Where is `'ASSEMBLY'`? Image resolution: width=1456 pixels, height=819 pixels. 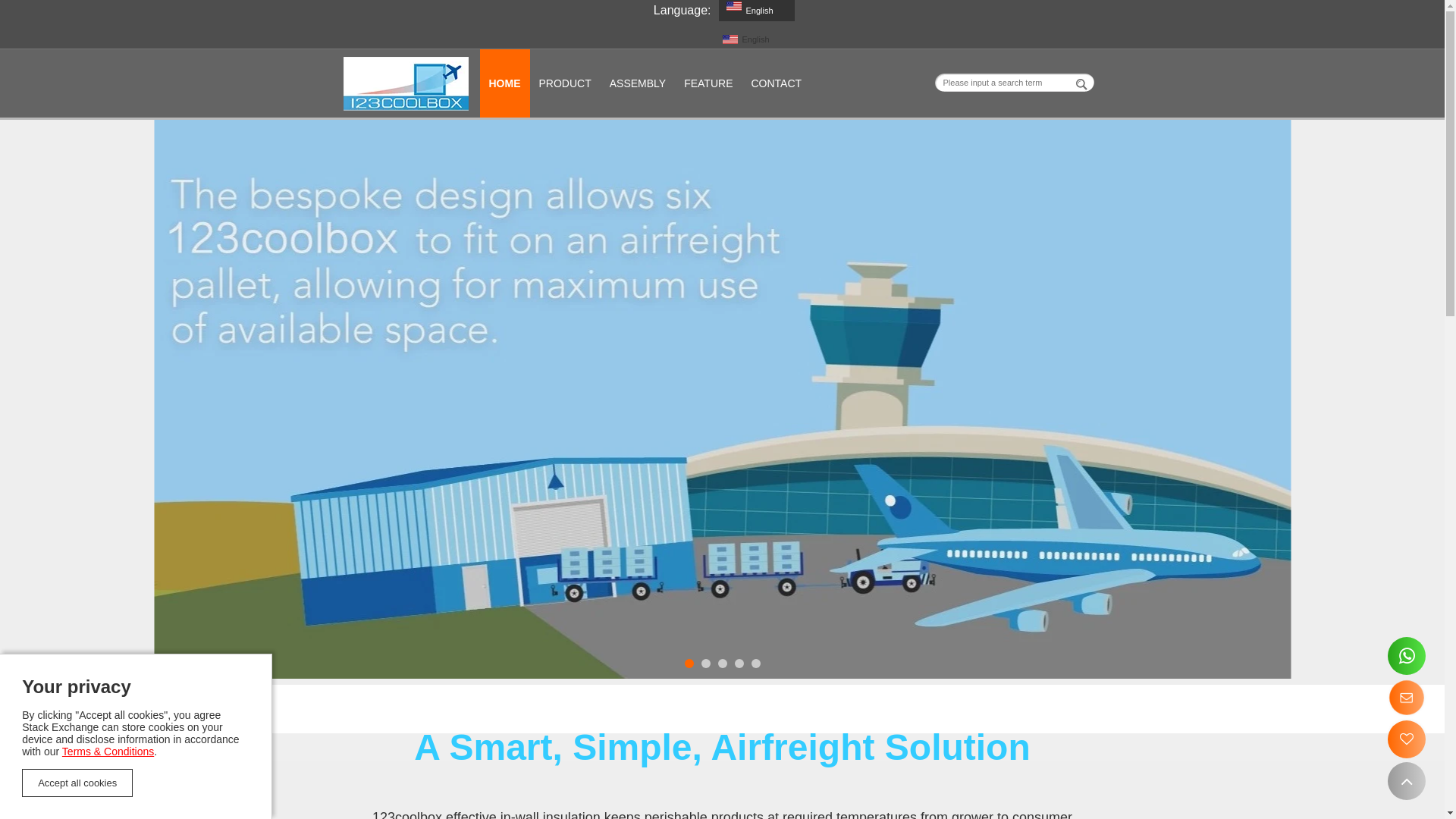 'ASSEMBLY' is located at coordinates (637, 83).